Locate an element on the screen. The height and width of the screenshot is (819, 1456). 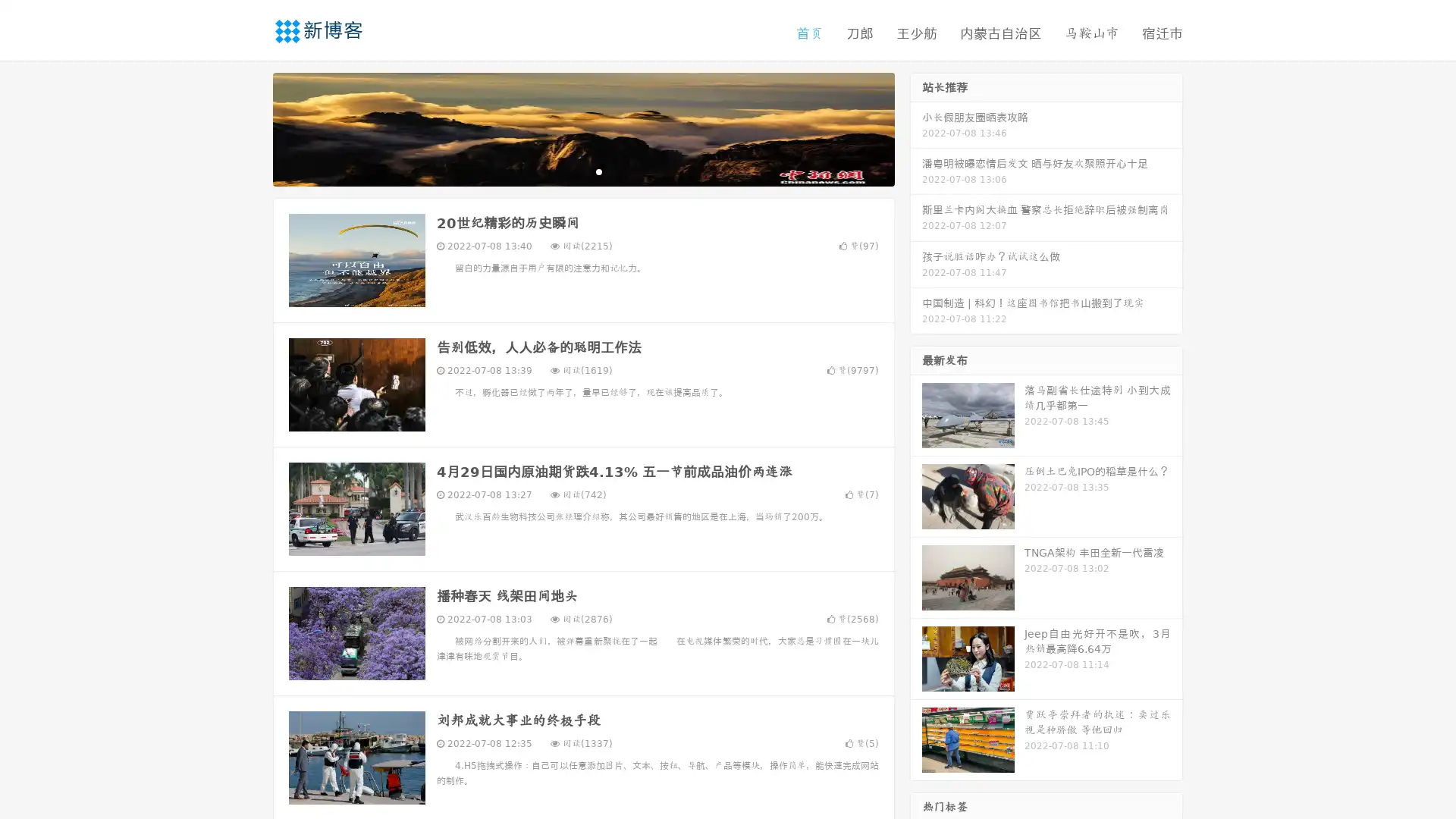
Next slide is located at coordinates (916, 127).